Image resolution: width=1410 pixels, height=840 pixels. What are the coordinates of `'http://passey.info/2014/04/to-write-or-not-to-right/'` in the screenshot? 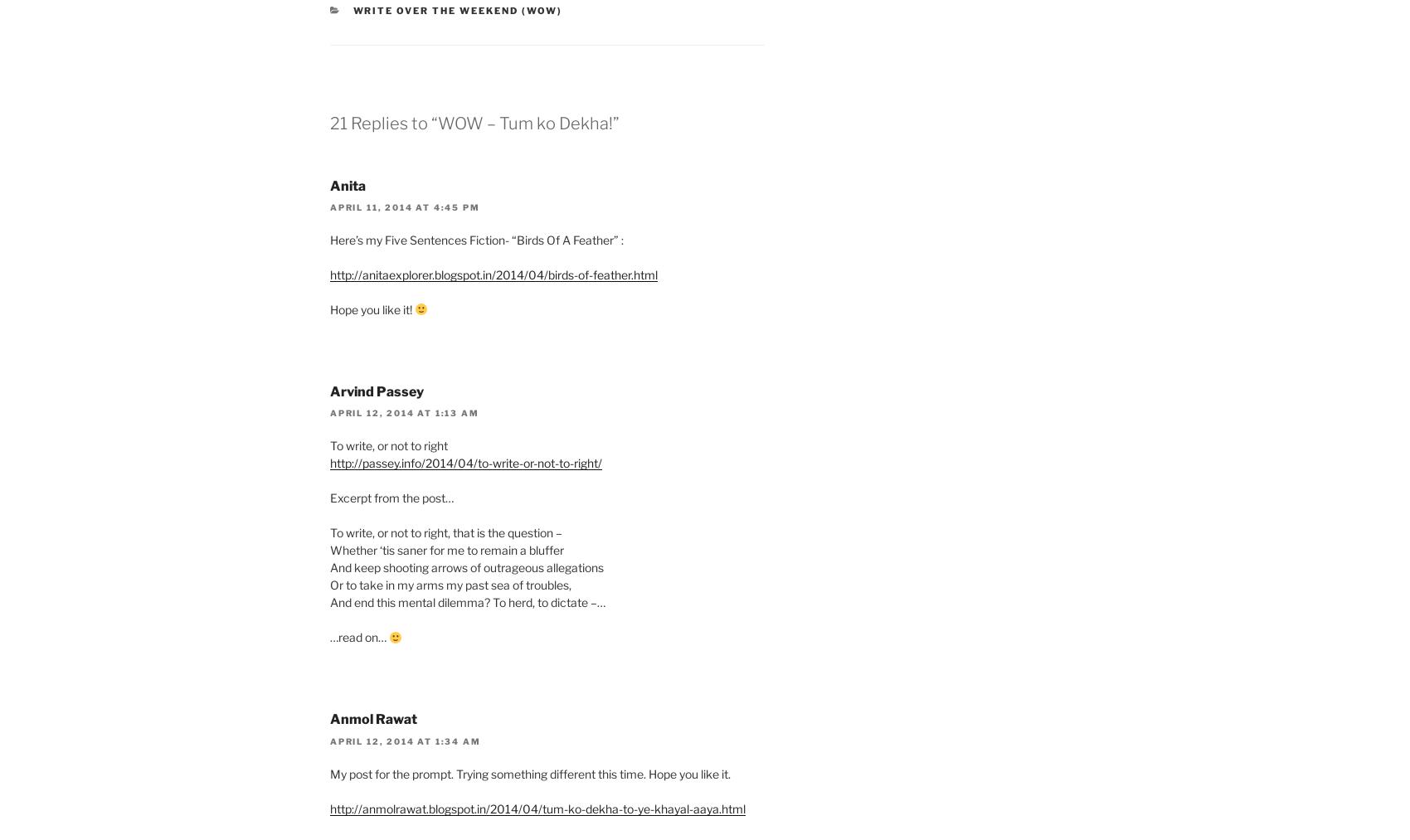 It's located at (465, 463).